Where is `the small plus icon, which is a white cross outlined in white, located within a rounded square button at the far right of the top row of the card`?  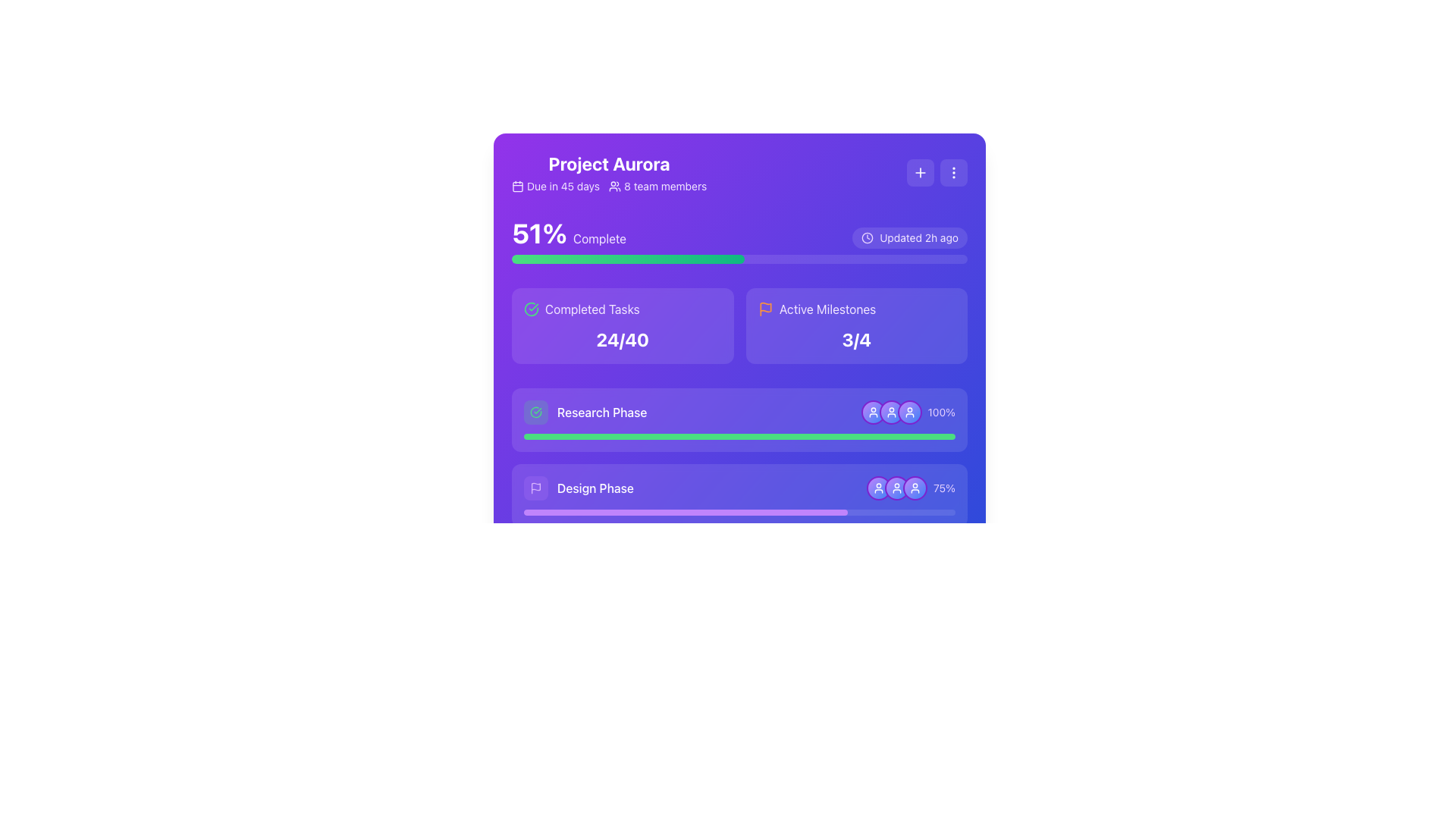
the small plus icon, which is a white cross outlined in white, located within a rounded square button at the far right of the top row of the card is located at coordinates (920, 171).